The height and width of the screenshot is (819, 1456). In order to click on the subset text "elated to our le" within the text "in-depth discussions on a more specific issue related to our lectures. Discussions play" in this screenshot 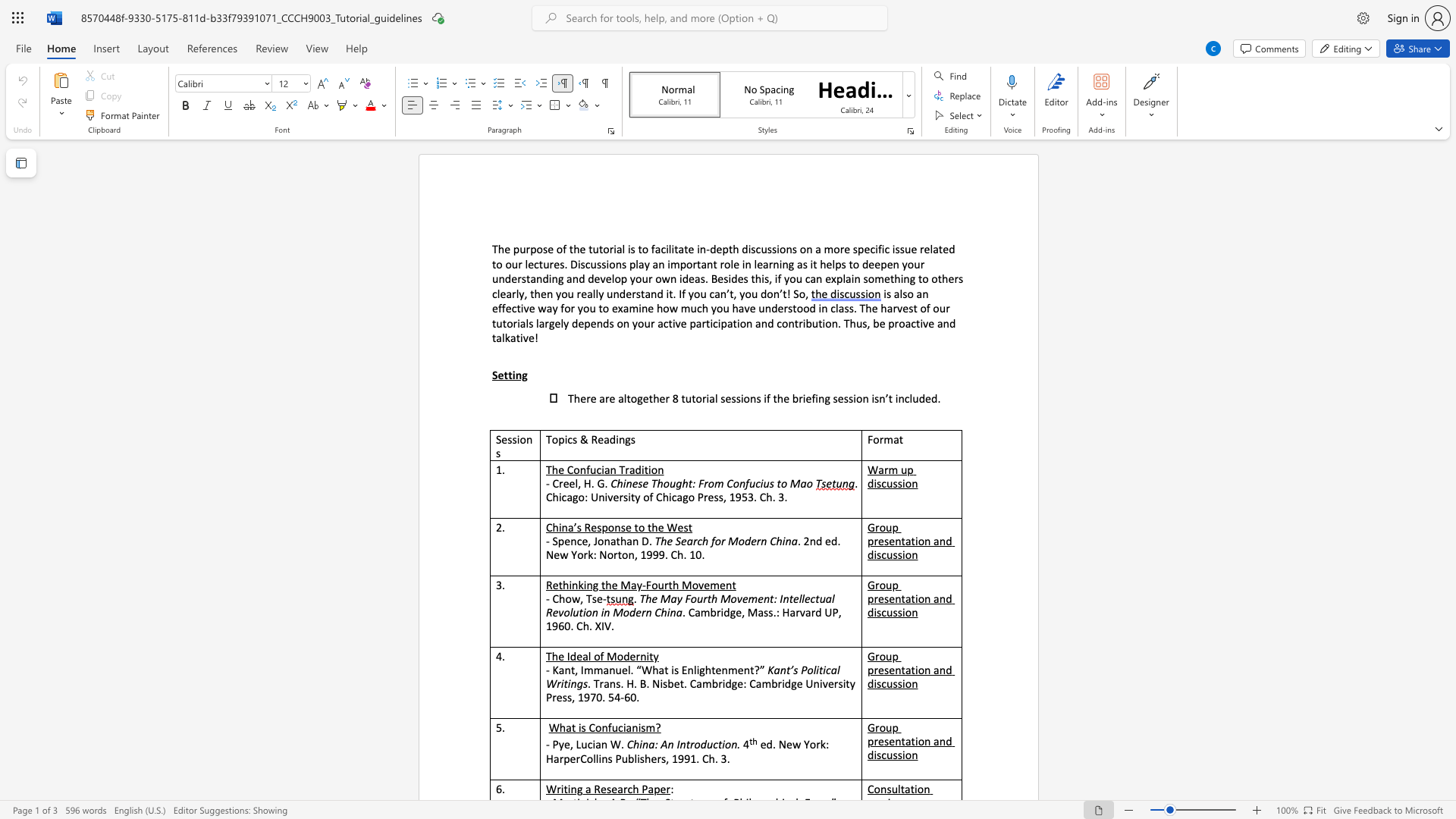, I will do `click(923, 248)`.